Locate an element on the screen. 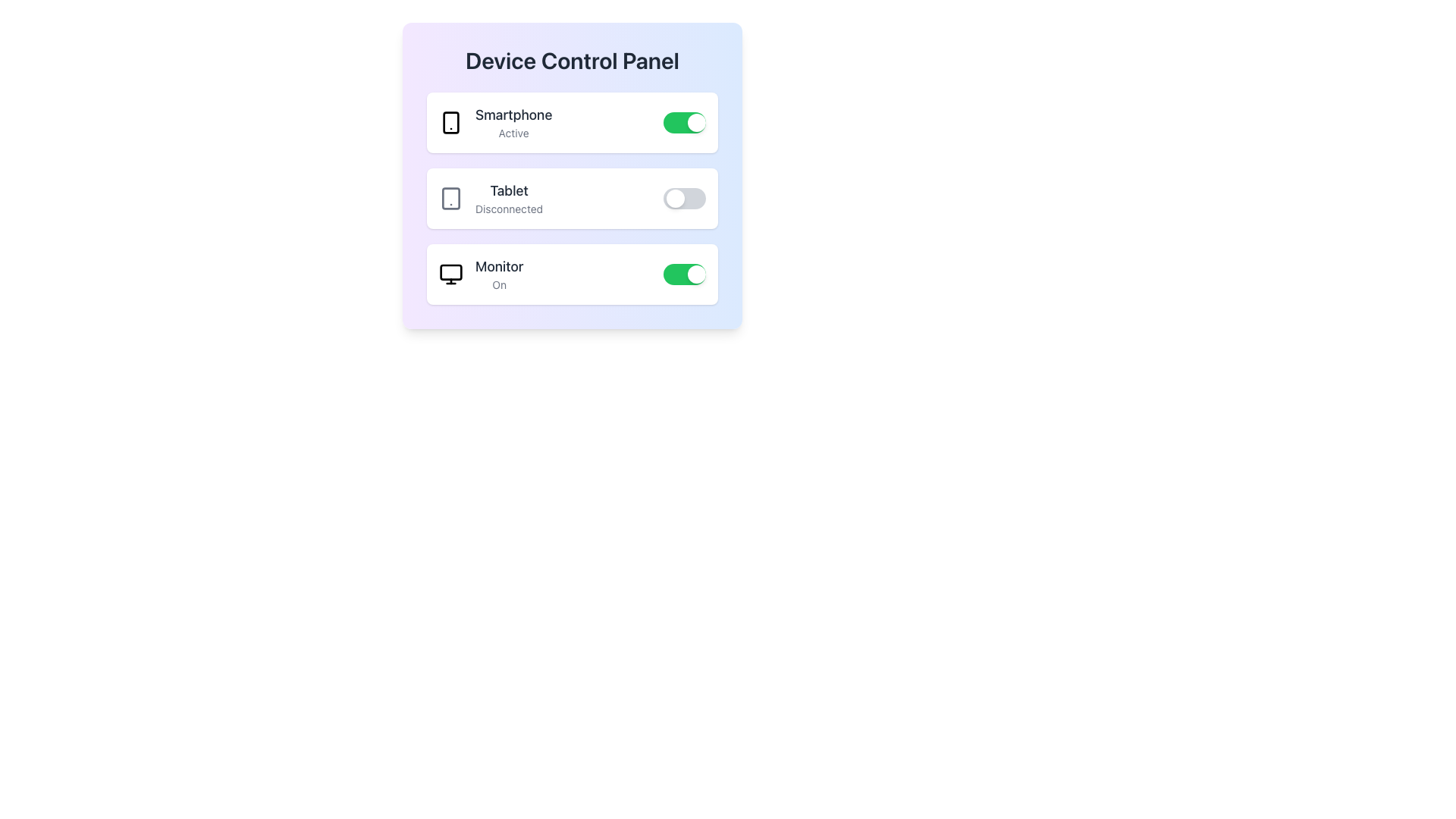 Image resolution: width=1456 pixels, height=819 pixels. the text label that displays 'Disconnected,' which is styled in a small light gray font and located below the 'Tablet' label in the 'Device Control Panel.' is located at coordinates (509, 209).